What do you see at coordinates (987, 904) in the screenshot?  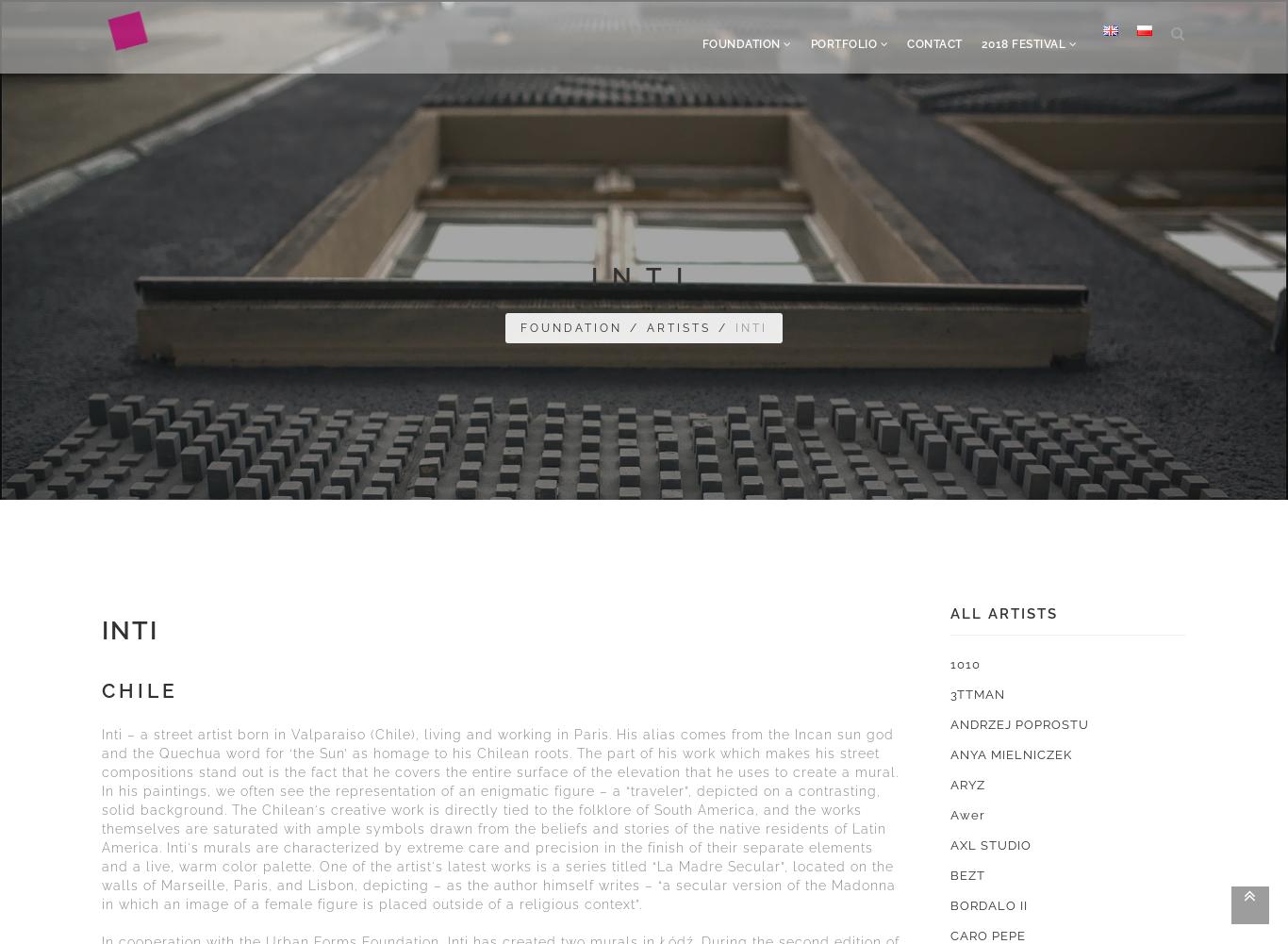 I see `'BORDALO II'` at bounding box center [987, 904].